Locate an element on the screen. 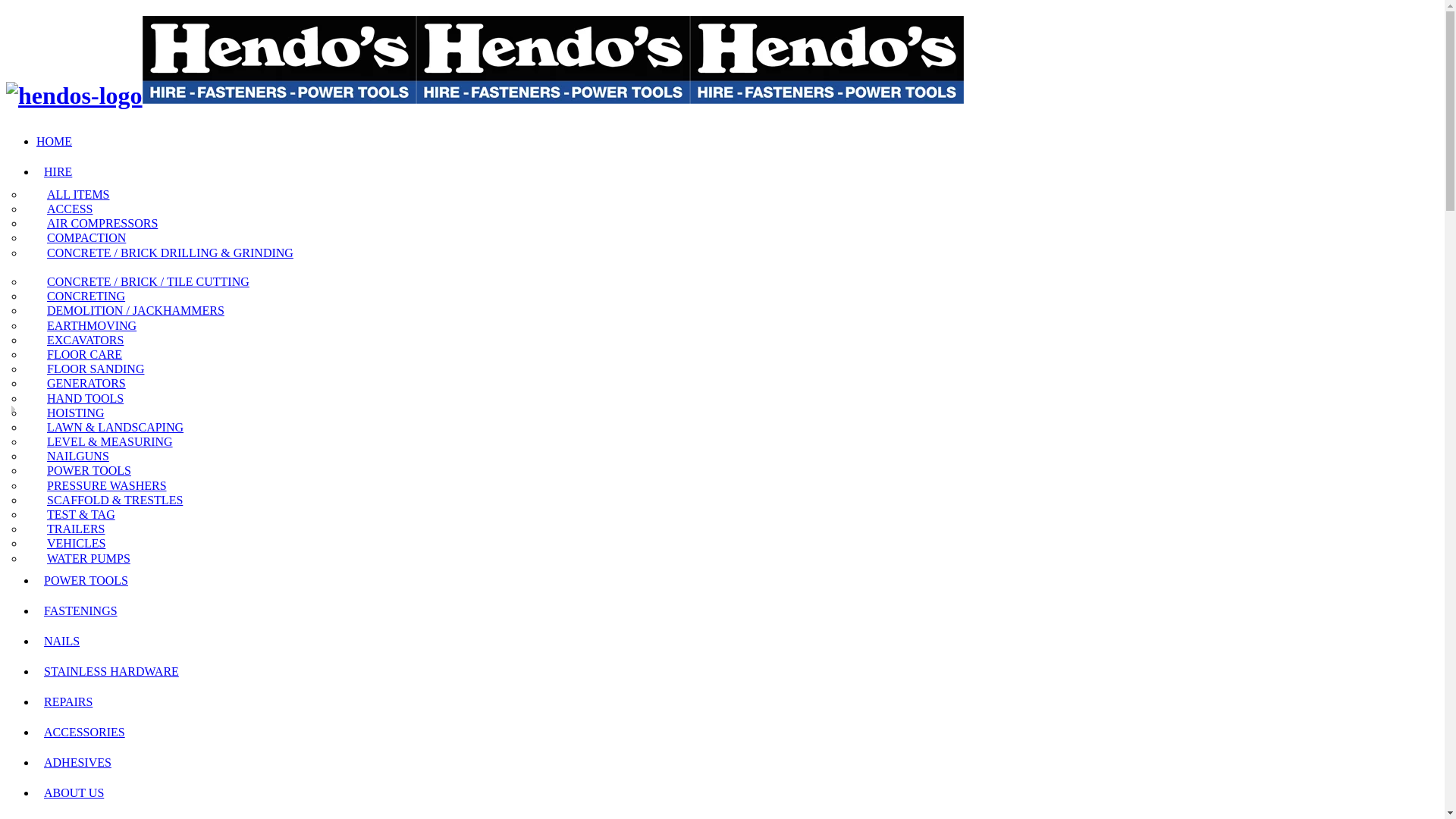  'CONCRETE / BRICK DRILLING & GRINDING' is located at coordinates (158, 259).